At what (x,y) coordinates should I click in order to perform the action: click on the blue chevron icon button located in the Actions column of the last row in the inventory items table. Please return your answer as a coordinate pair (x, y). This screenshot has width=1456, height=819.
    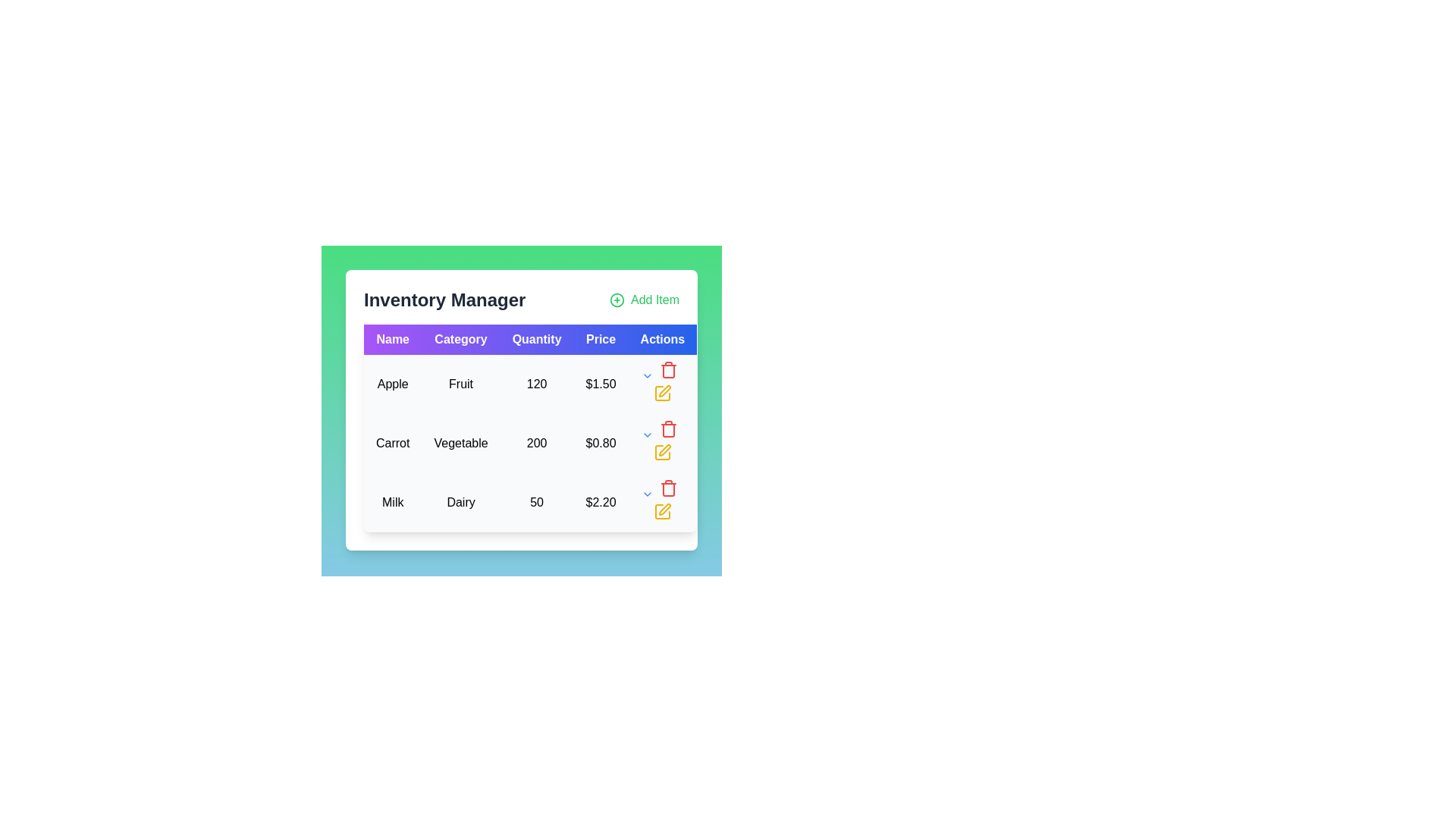
    Looking at the image, I should click on (647, 494).